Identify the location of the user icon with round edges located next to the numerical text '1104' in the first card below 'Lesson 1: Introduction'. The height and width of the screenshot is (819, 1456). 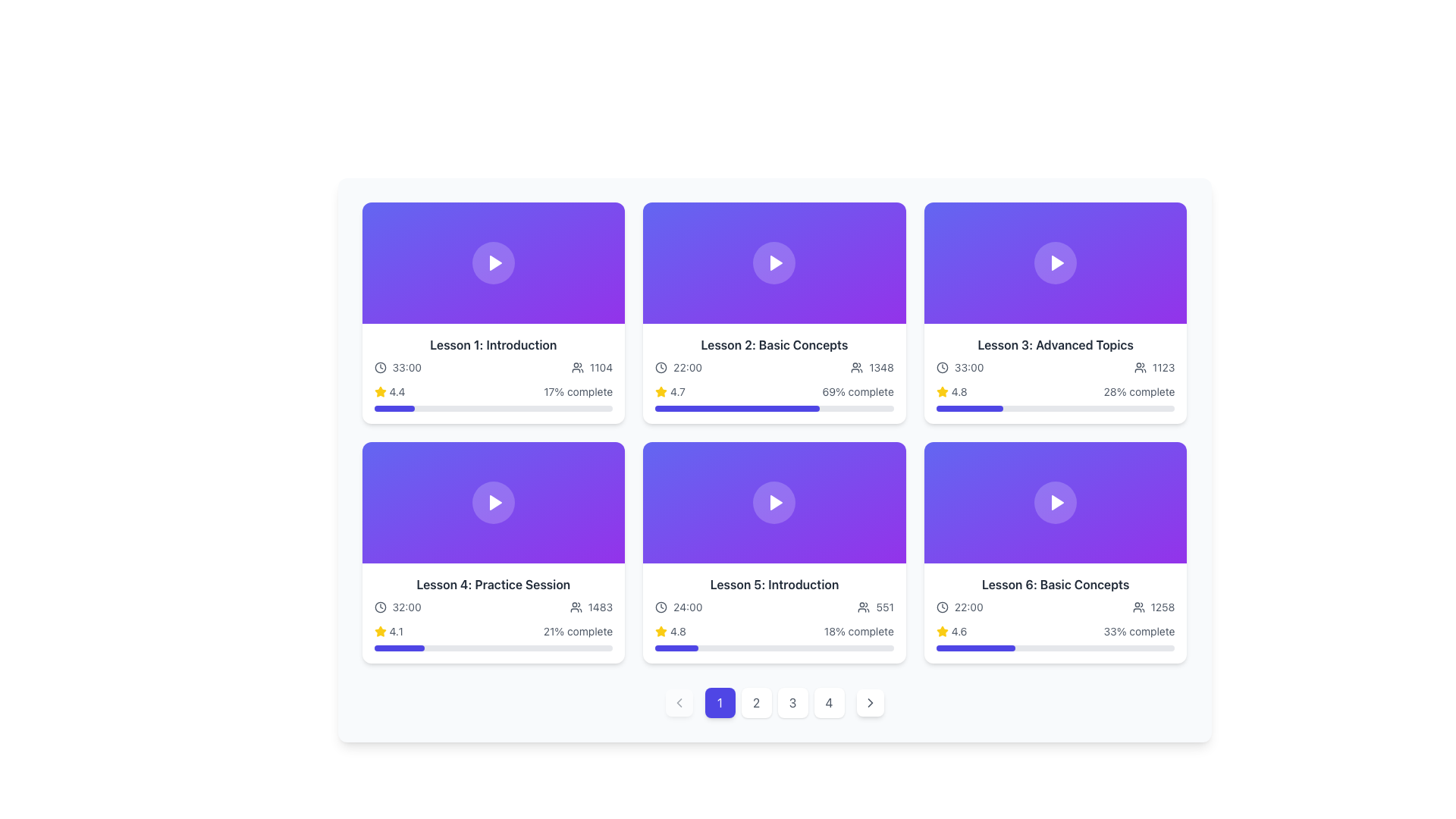
(576, 368).